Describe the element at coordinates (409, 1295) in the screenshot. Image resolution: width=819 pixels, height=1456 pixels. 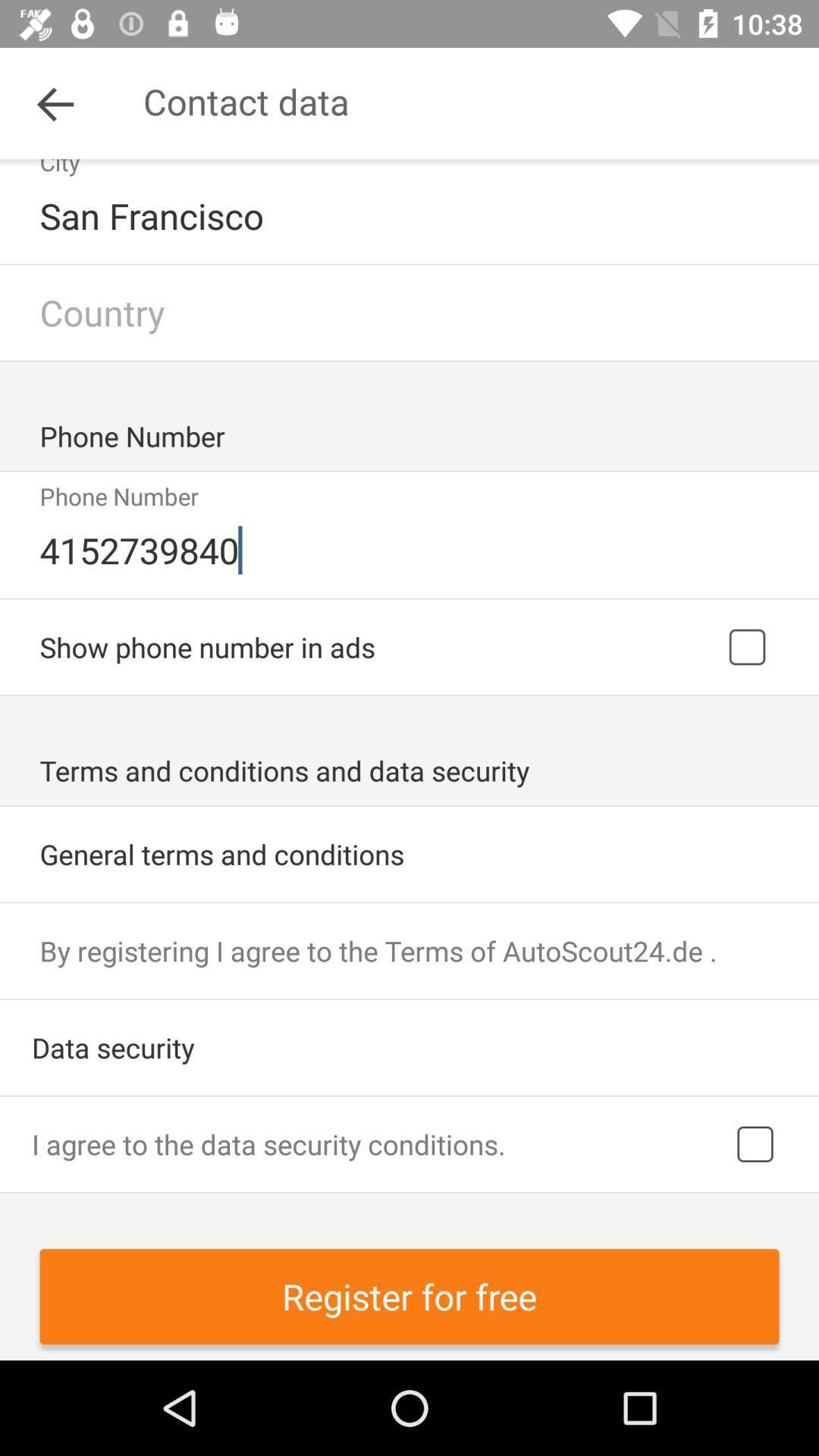
I see `register for free icon` at that location.